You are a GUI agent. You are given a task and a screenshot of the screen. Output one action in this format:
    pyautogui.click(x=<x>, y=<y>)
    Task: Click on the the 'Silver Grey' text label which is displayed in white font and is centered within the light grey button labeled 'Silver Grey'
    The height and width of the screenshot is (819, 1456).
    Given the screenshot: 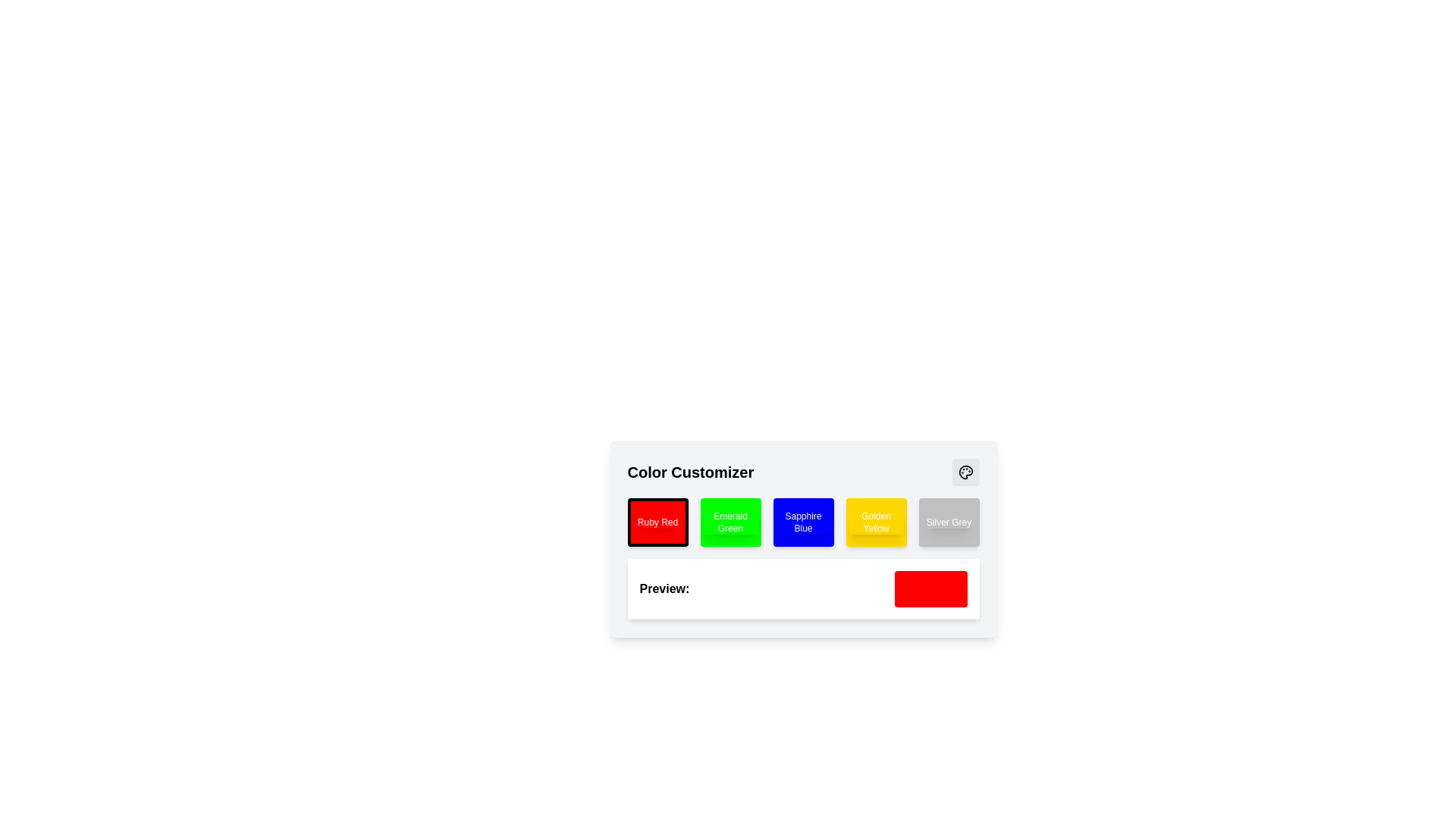 What is the action you would take?
    pyautogui.click(x=948, y=522)
    